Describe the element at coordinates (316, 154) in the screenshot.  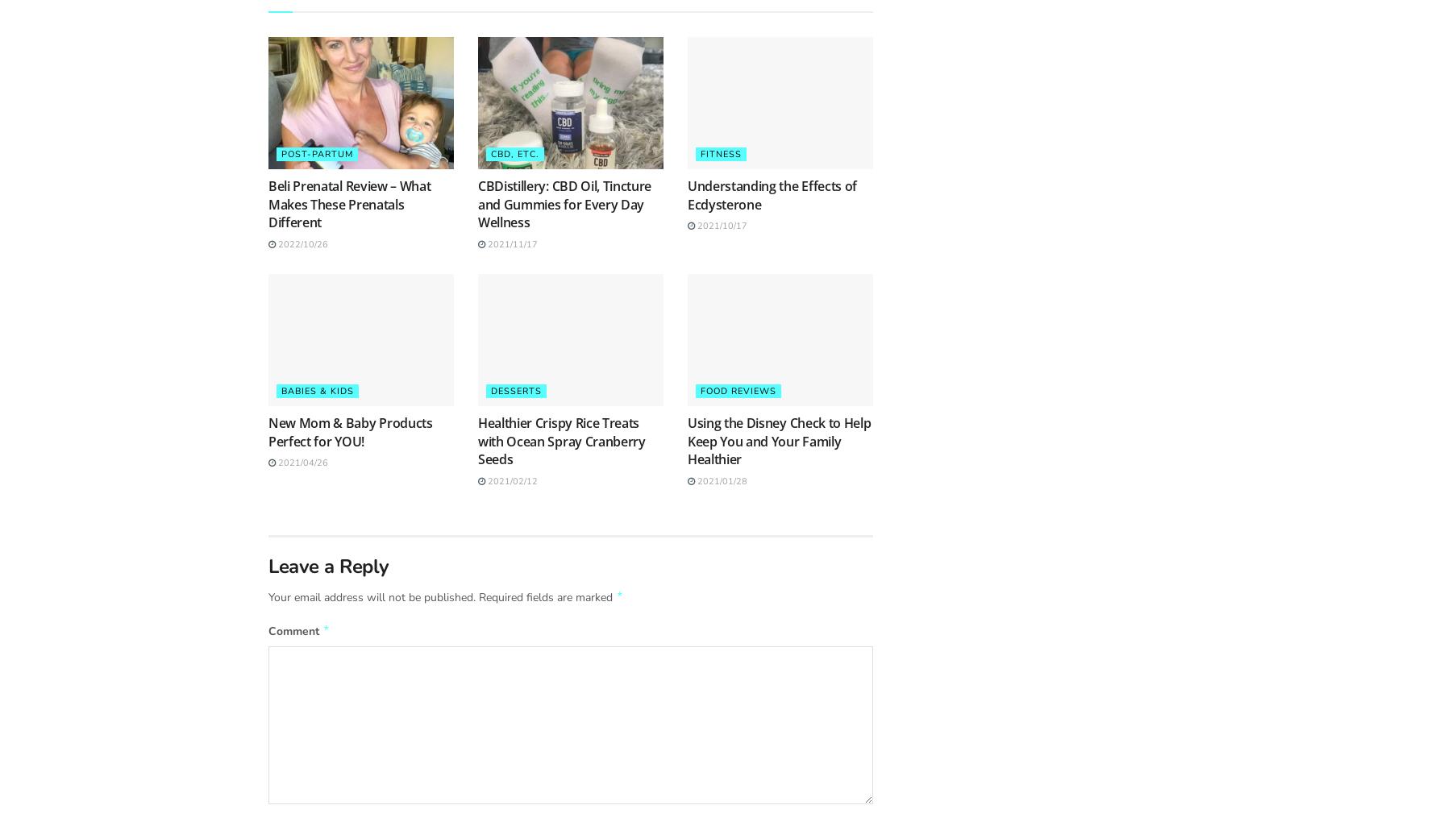
I see `'Post-Partum'` at that location.